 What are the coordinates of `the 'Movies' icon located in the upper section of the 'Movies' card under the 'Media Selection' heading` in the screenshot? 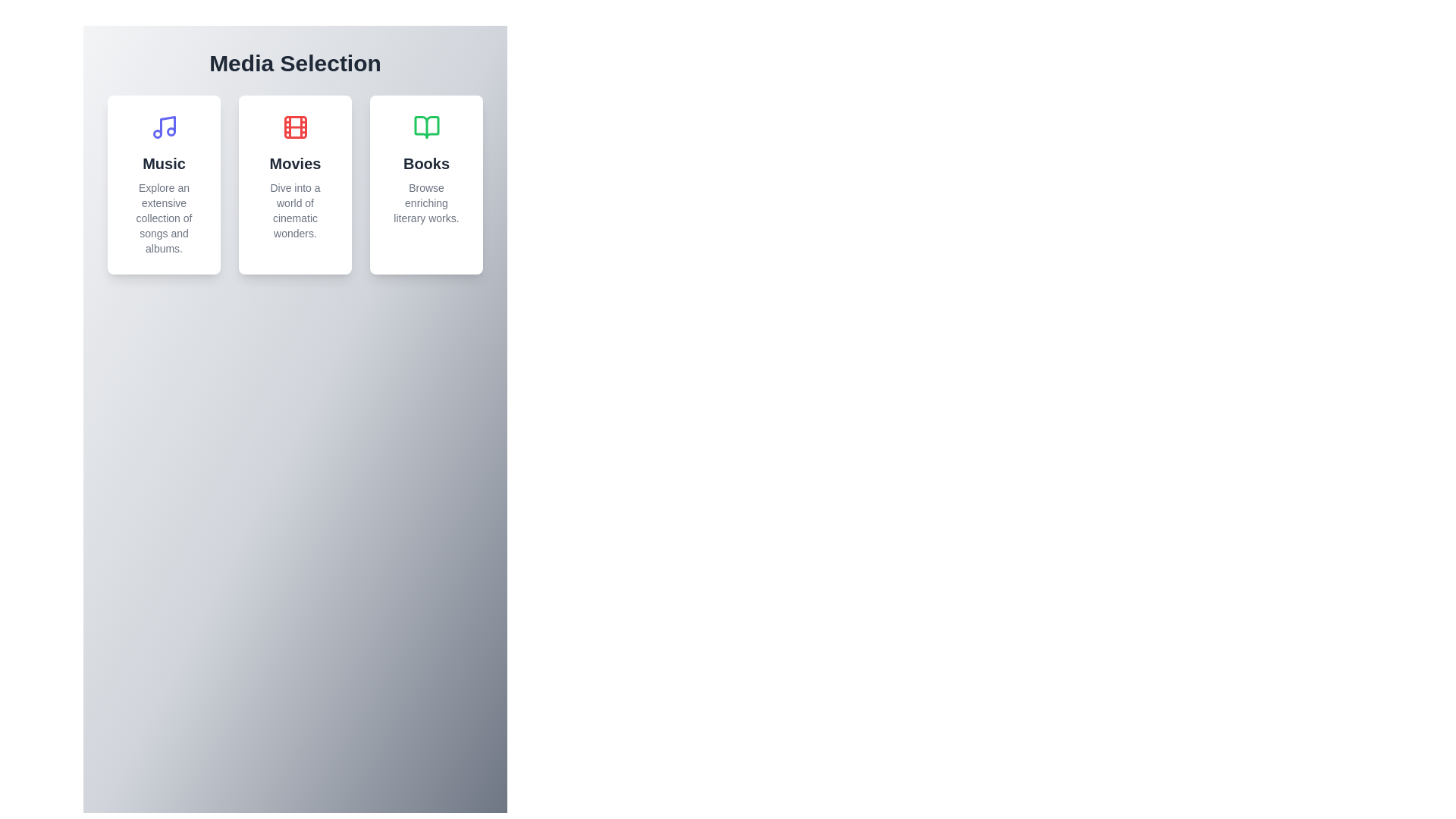 It's located at (295, 127).